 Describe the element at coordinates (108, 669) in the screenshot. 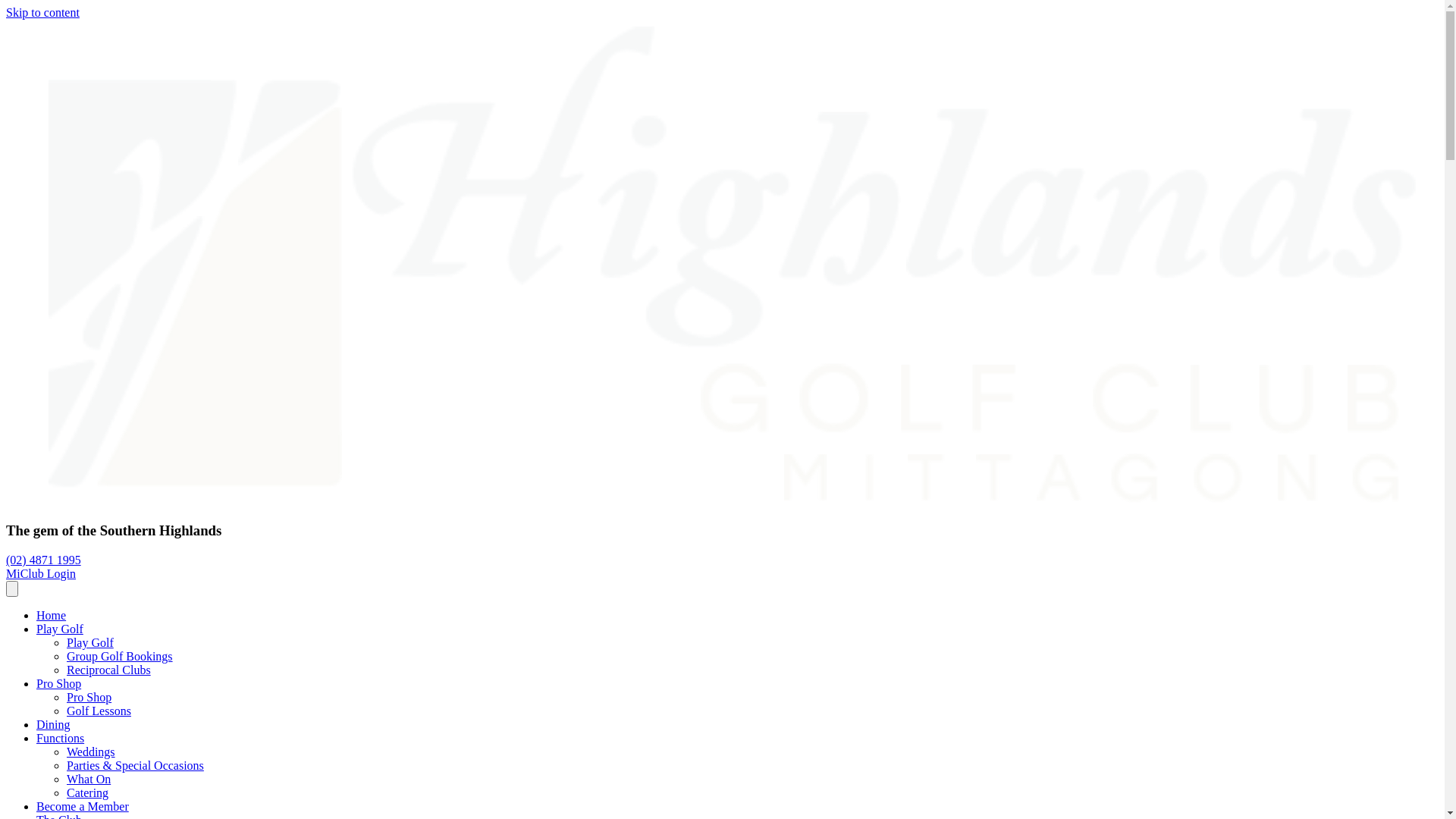

I see `'Reciprocal Clubs'` at that location.